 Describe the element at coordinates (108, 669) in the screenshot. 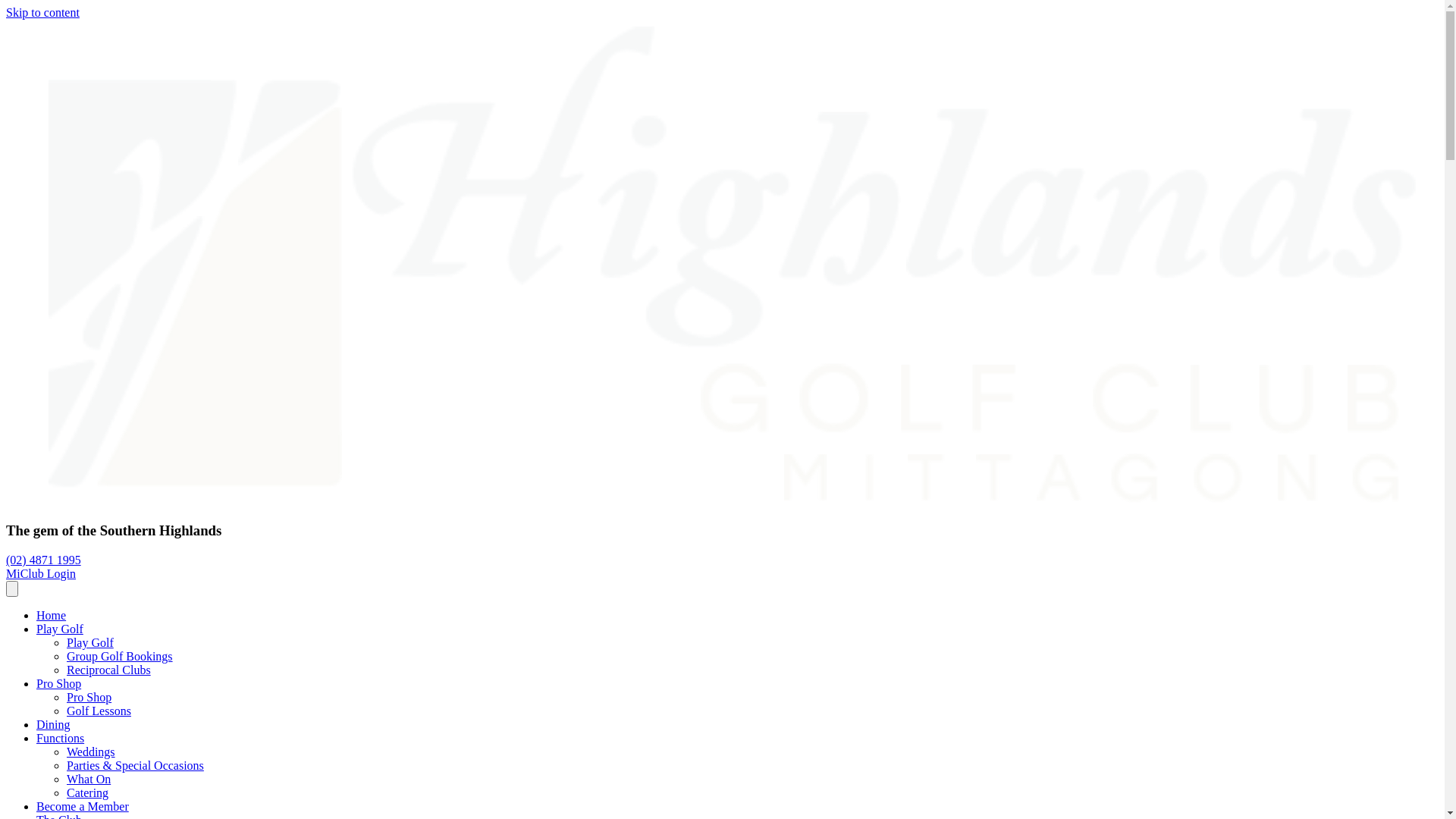

I see `'Reciprocal Clubs'` at that location.